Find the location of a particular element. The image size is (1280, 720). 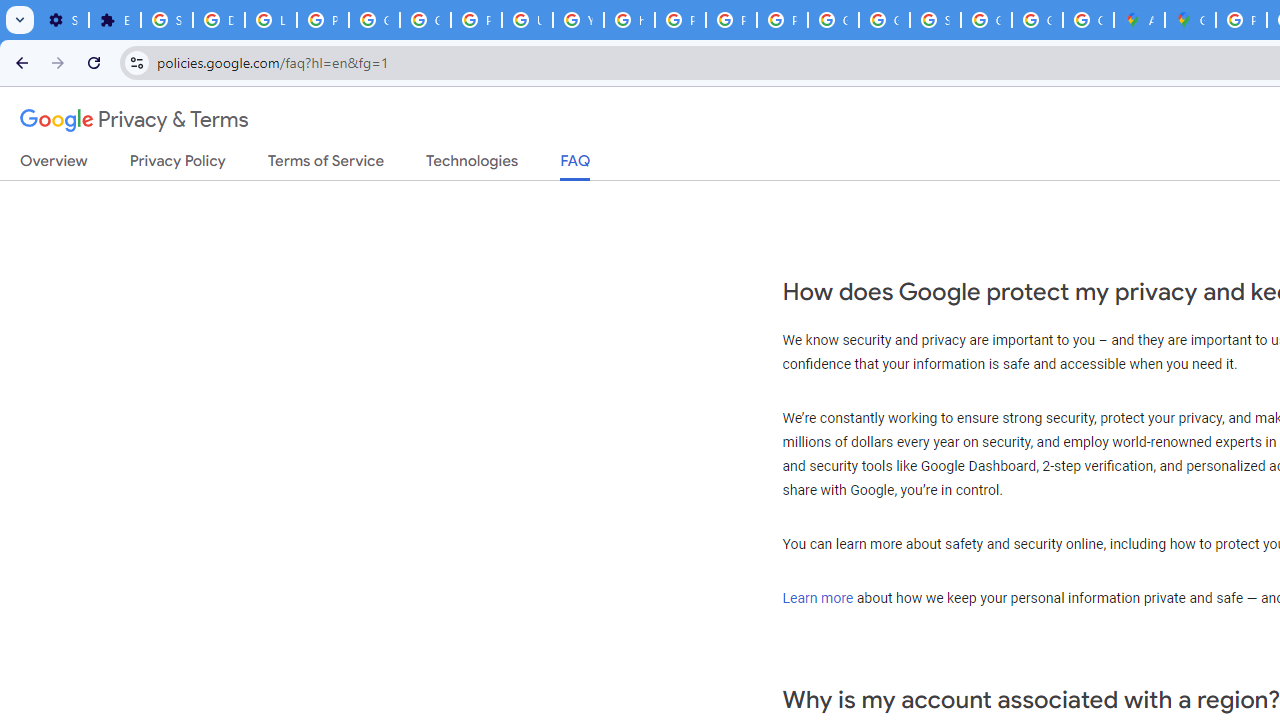

'Create your Google Account' is located at coordinates (1087, 20).